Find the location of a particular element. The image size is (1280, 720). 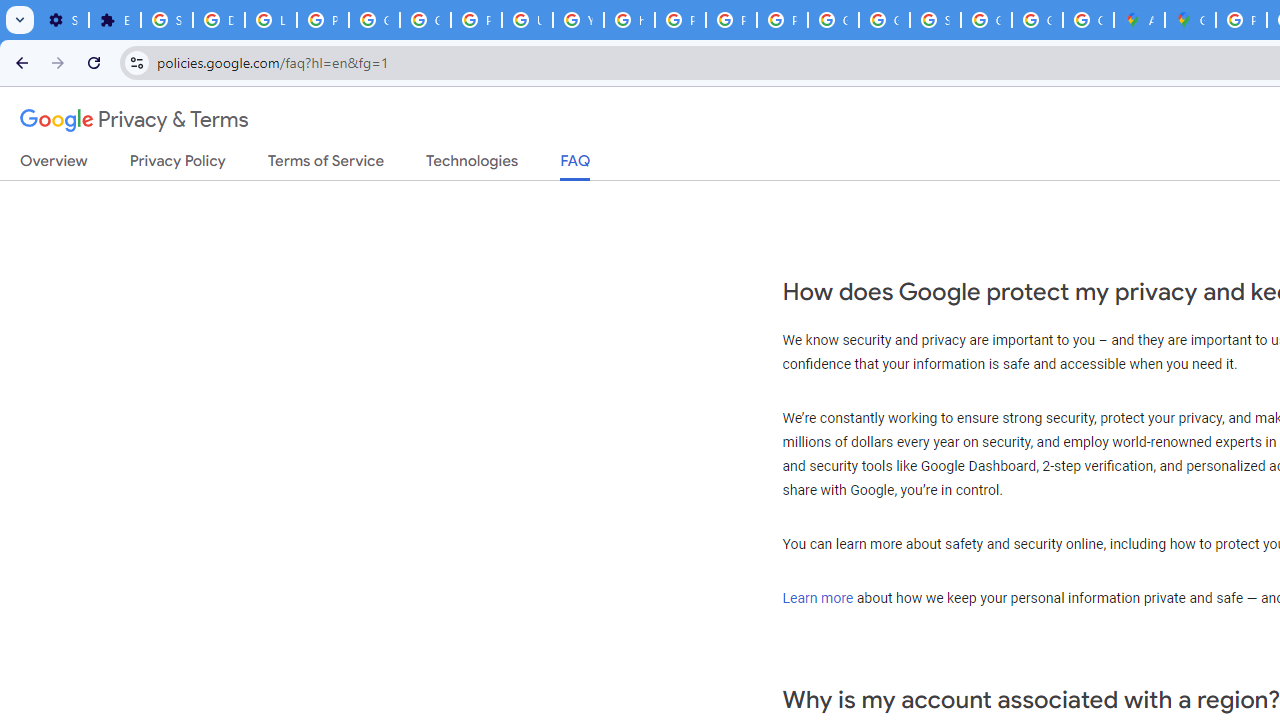

'Create your Google Account' is located at coordinates (1087, 20).